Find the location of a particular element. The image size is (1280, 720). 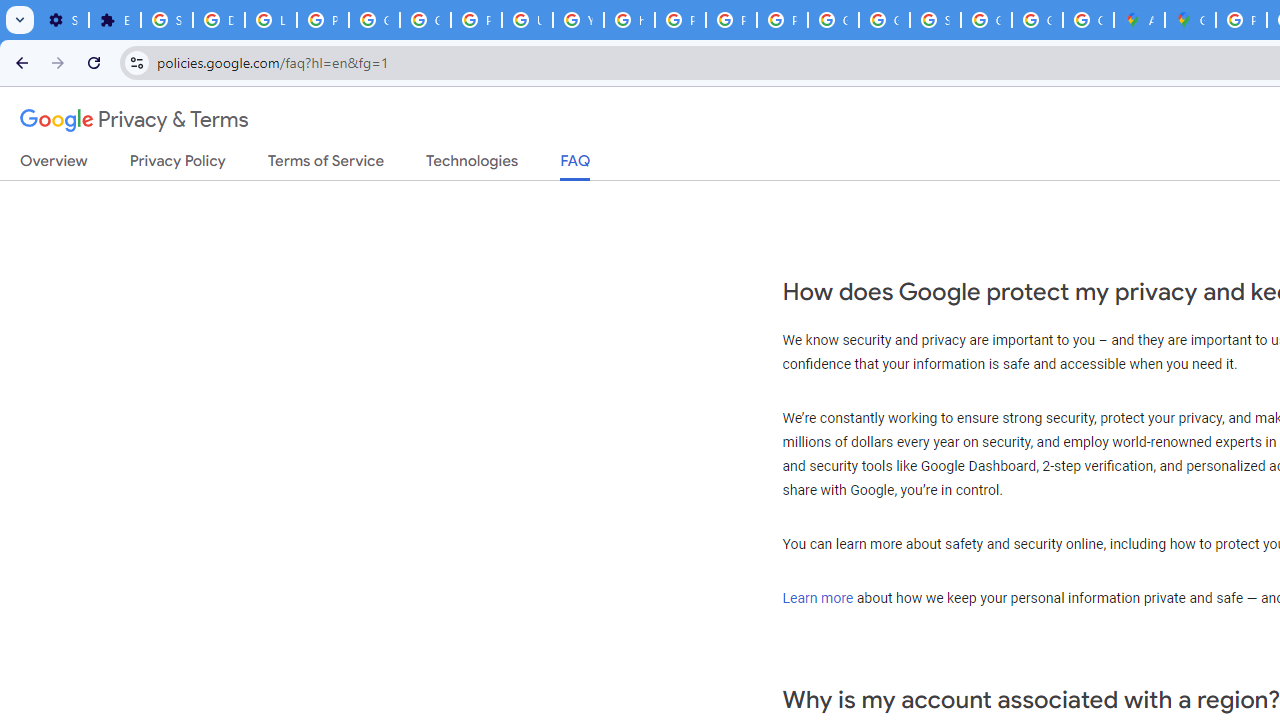

'Create your Google Account' is located at coordinates (1087, 20).